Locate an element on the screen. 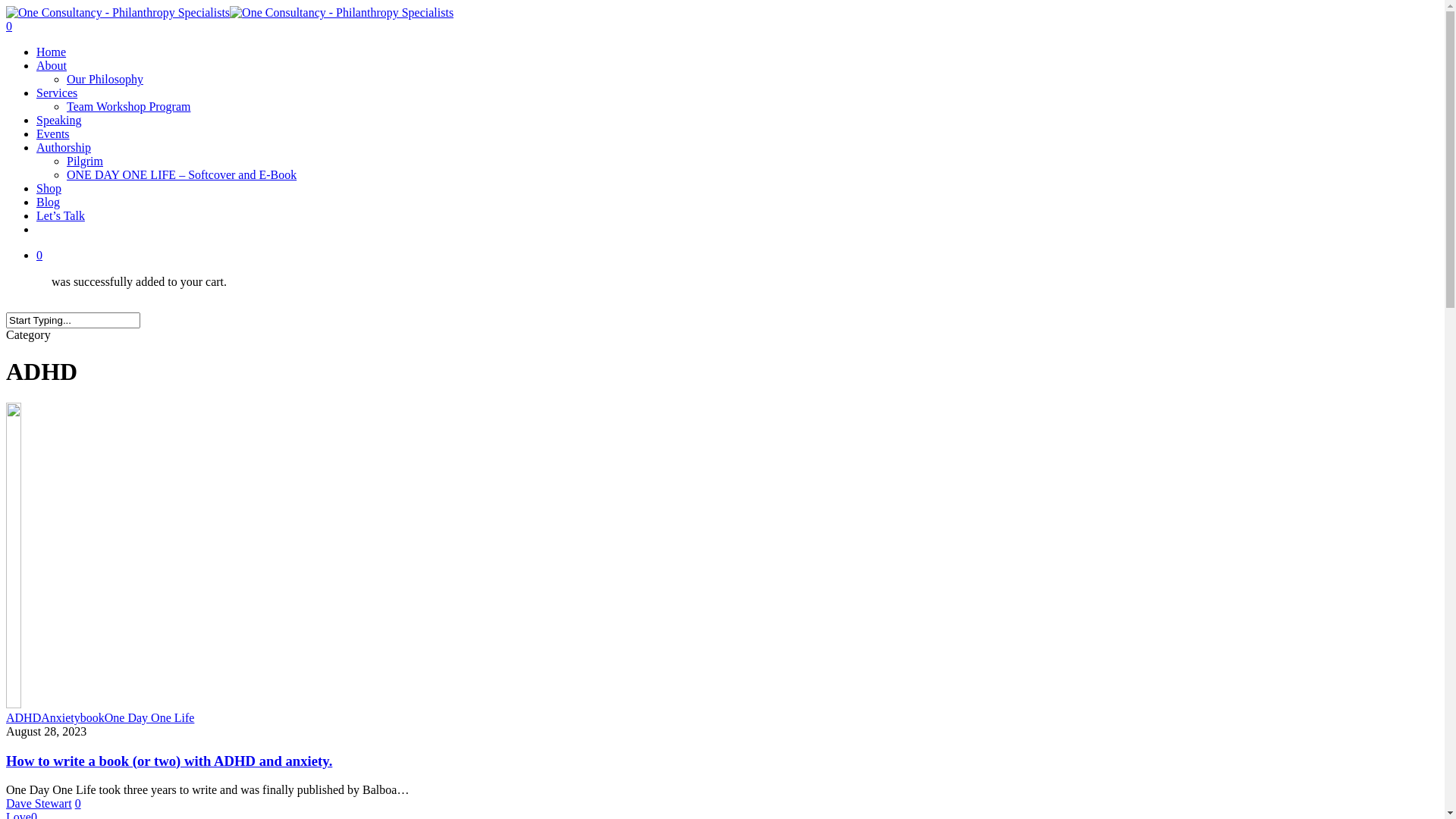 Image resolution: width=1456 pixels, height=819 pixels. '0' is located at coordinates (721, 26).